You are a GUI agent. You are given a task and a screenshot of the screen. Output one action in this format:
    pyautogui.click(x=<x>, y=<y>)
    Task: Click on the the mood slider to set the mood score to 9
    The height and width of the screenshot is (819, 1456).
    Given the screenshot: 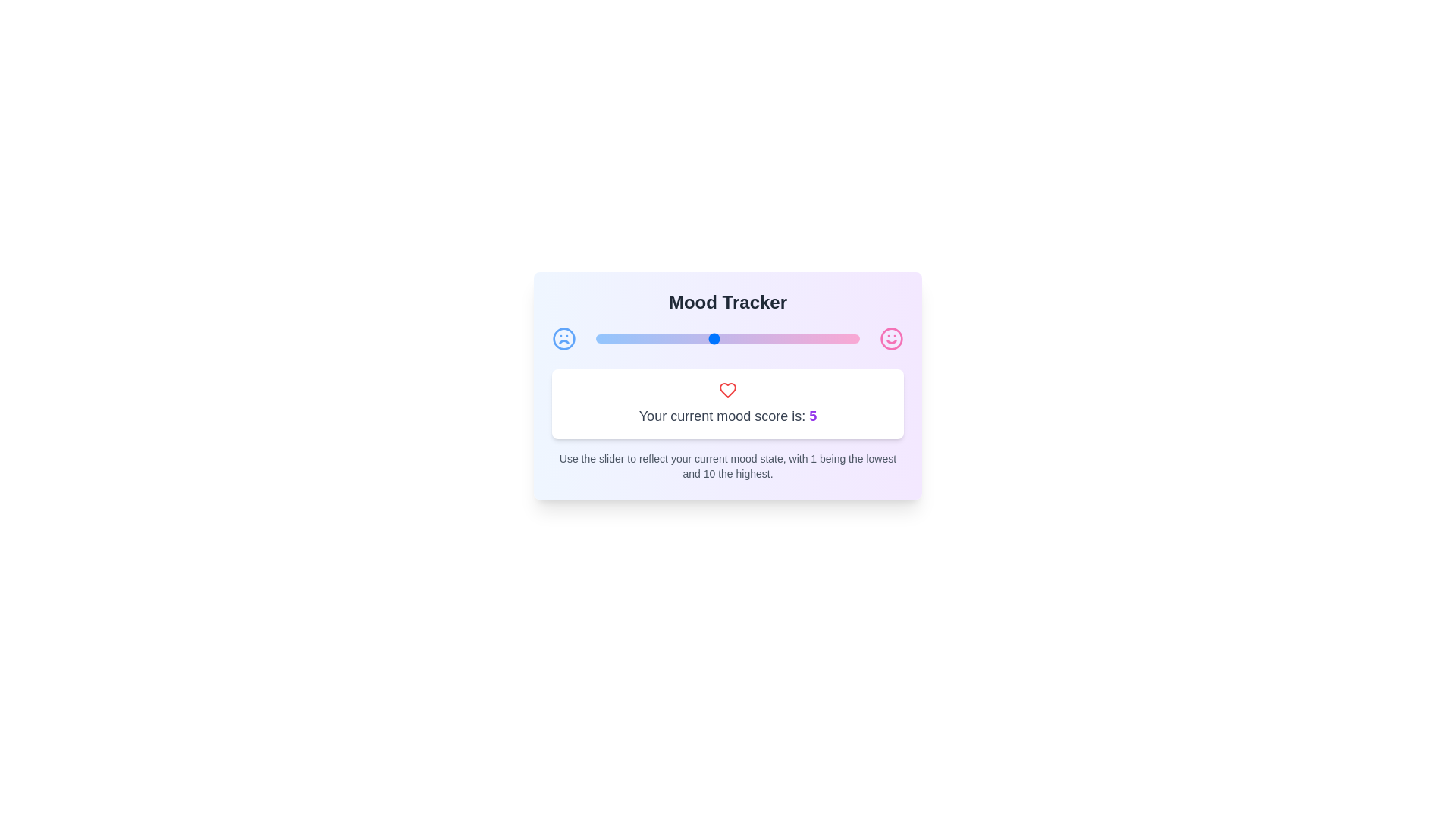 What is the action you would take?
    pyautogui.click(x=830, y=338)
    